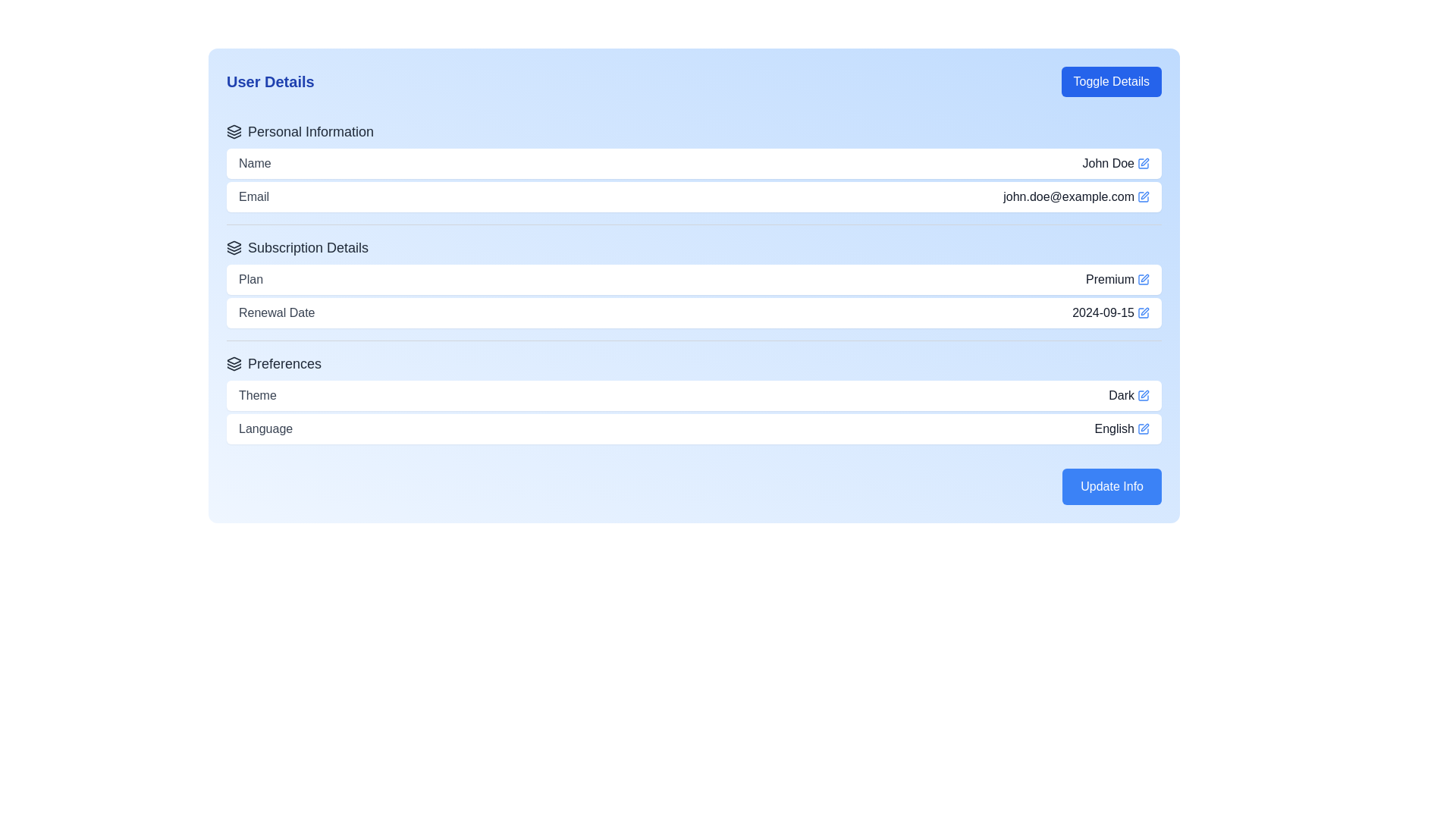 This screenshot has width=1456, height=819. I want to click on the edit icon button next to the 'John Doe' name field, so click(1145, 162).